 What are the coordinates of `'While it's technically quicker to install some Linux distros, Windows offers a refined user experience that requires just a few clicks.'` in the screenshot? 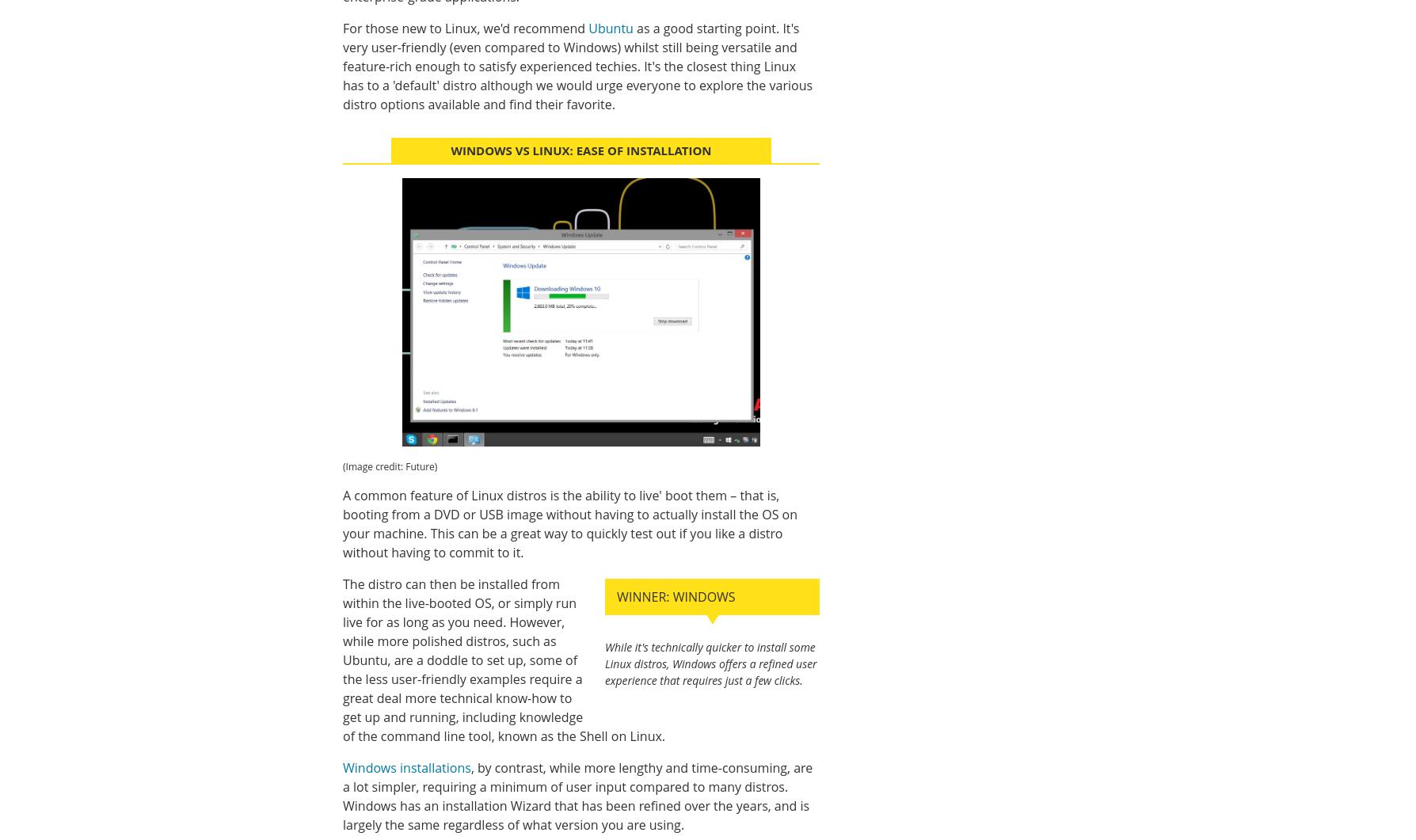 It's located at (710, 663).